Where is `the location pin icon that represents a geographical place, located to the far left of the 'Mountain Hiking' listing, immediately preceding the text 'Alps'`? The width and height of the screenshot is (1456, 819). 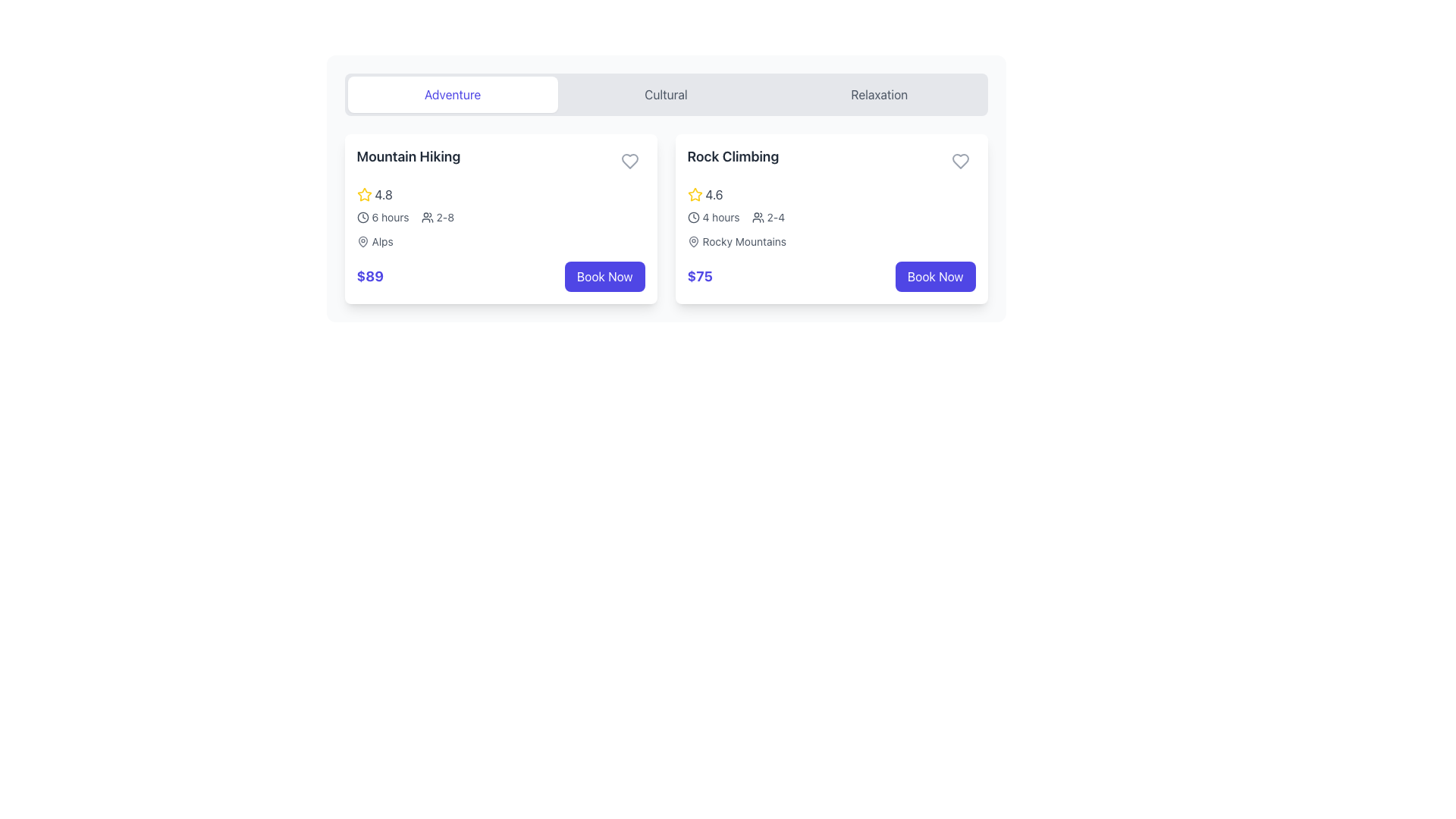
the location pin icon that represents a geographical place, located to the far left of the 'Mountain Hiking' listing, immediately preceding the text 'Alps' is located at coordinates (362, 241).